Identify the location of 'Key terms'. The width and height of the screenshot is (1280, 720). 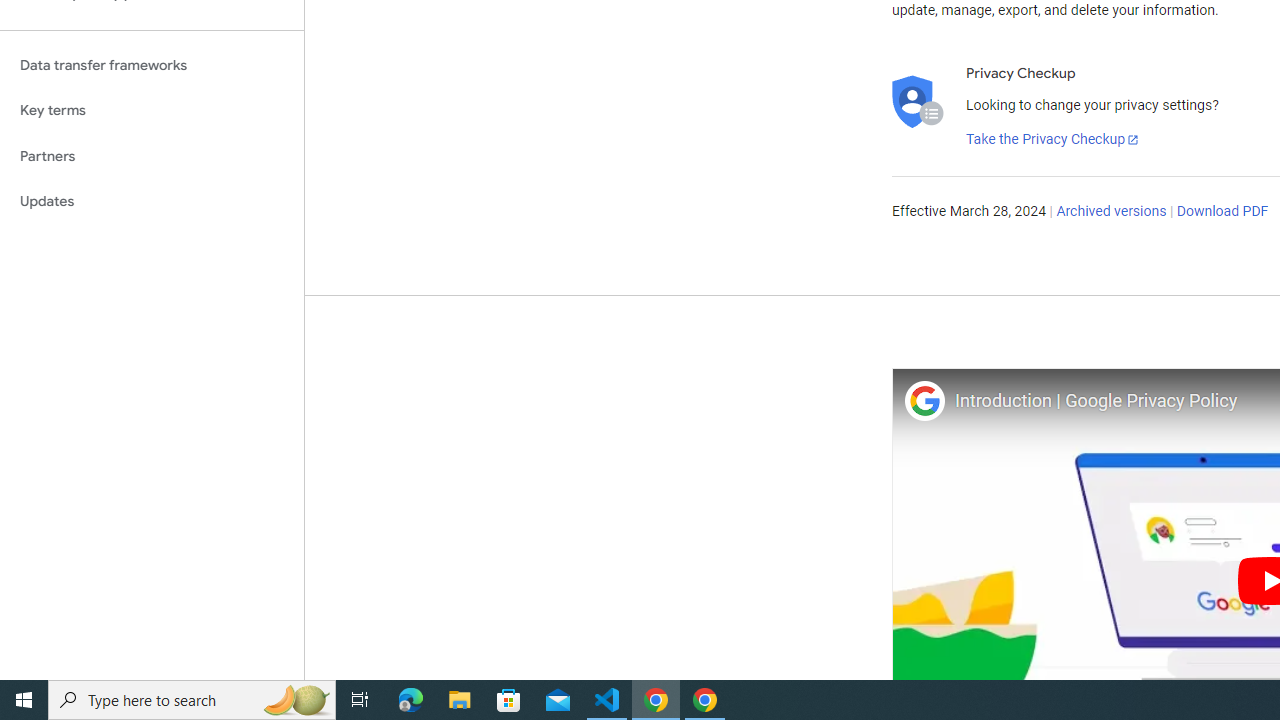
(151, 110).